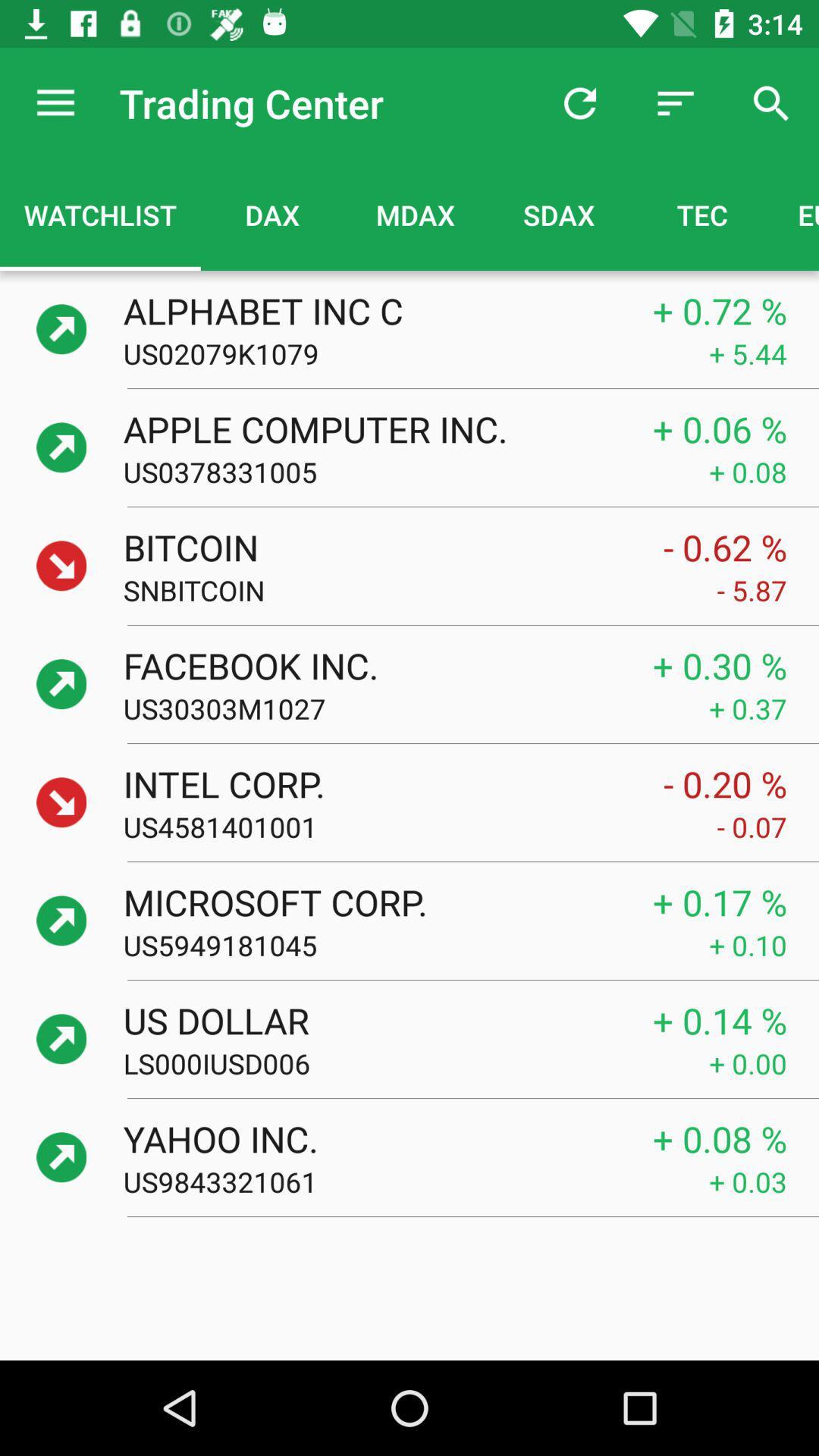 This screenshot has height=1456, width=819. What do you see at coordinates (416, 353) in the screenshot?
I see `the item above the apple computer inc.` at bounding box center [416, 353].